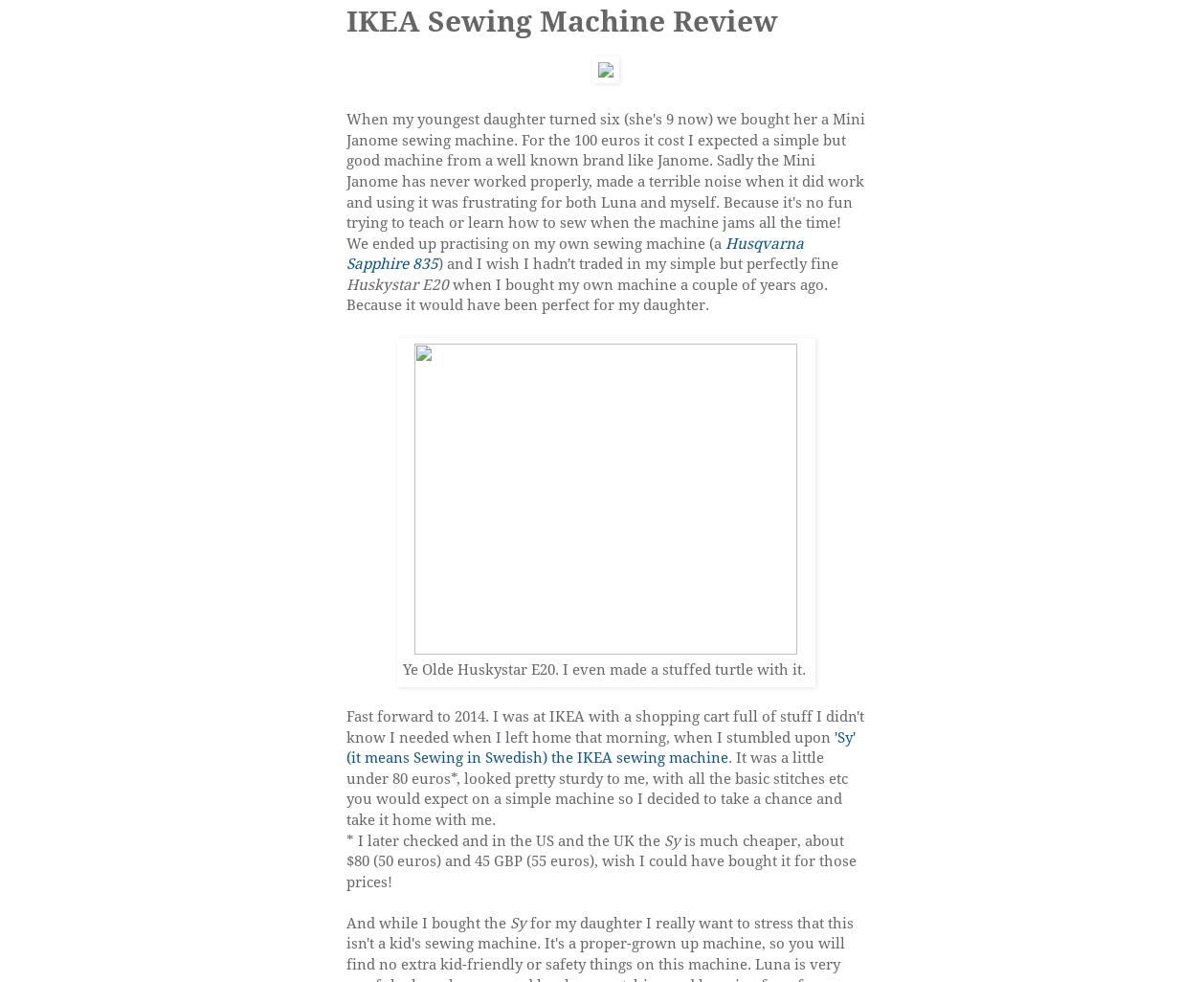 The image size is (1204, 982). What do you see at coordinates (600, 859) in the screenshot?
I see `'is much cheaper, about $80 (50 euros) and 45 GBP (55 euros), wish I could have bought it for those prices!'` at bounding box center [600, 859].